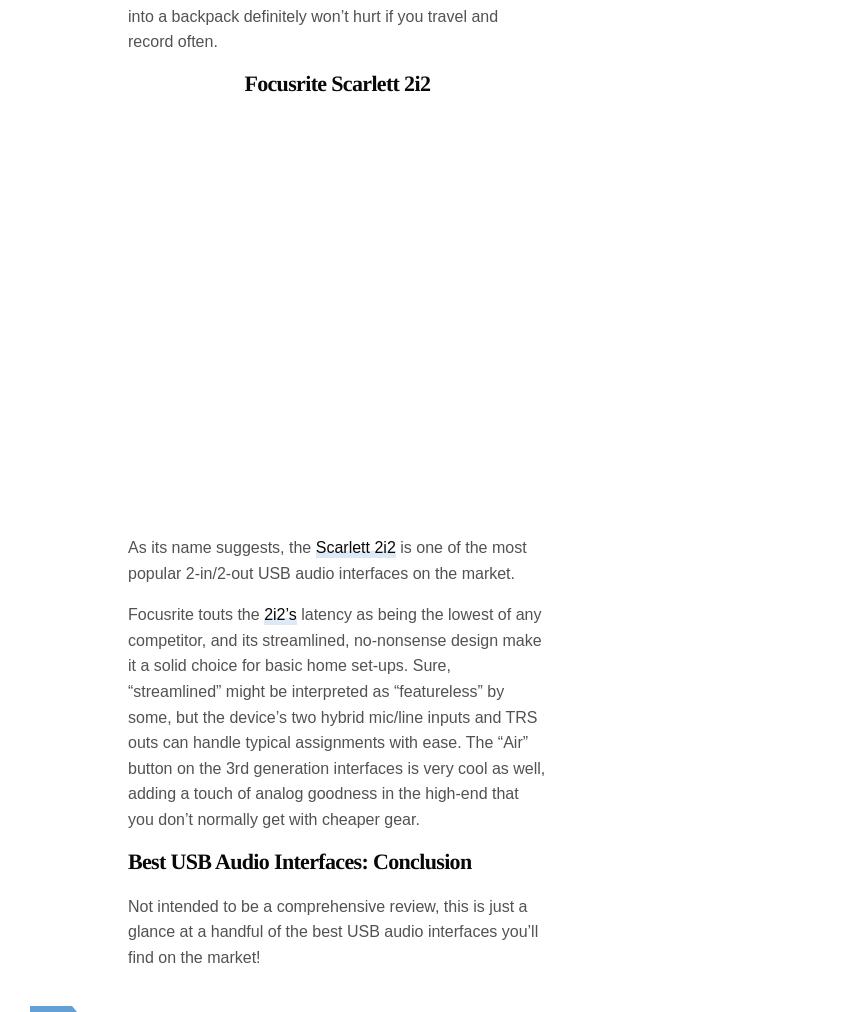 The height and width of the screenshot is (1012, 850). What do you see at coordinates (150, 996) in the screenshot?
I see `'(0)'` at bounding box center [150, 996].